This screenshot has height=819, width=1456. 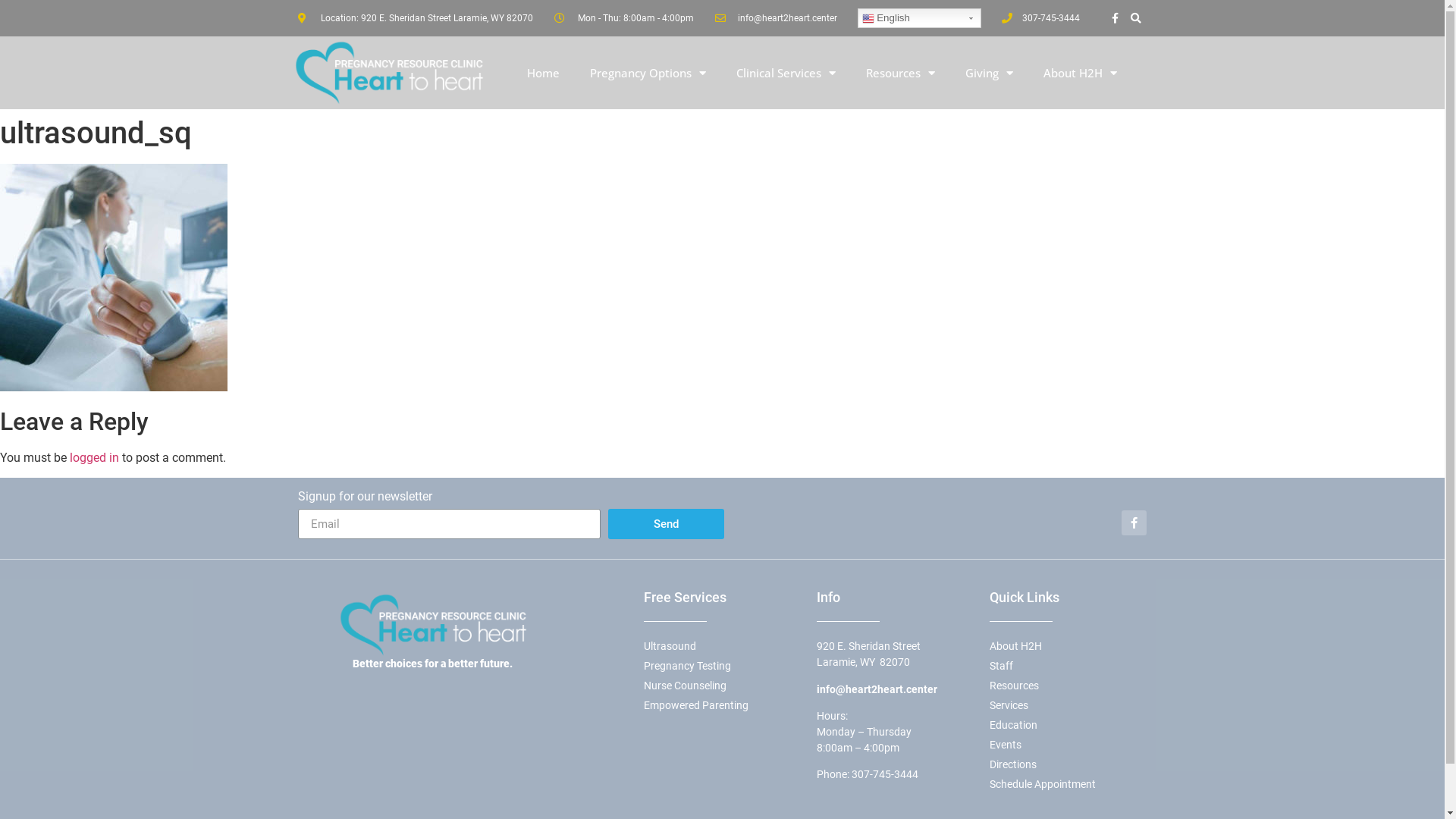 I want to click on 'English', so click(x=918, y=17).